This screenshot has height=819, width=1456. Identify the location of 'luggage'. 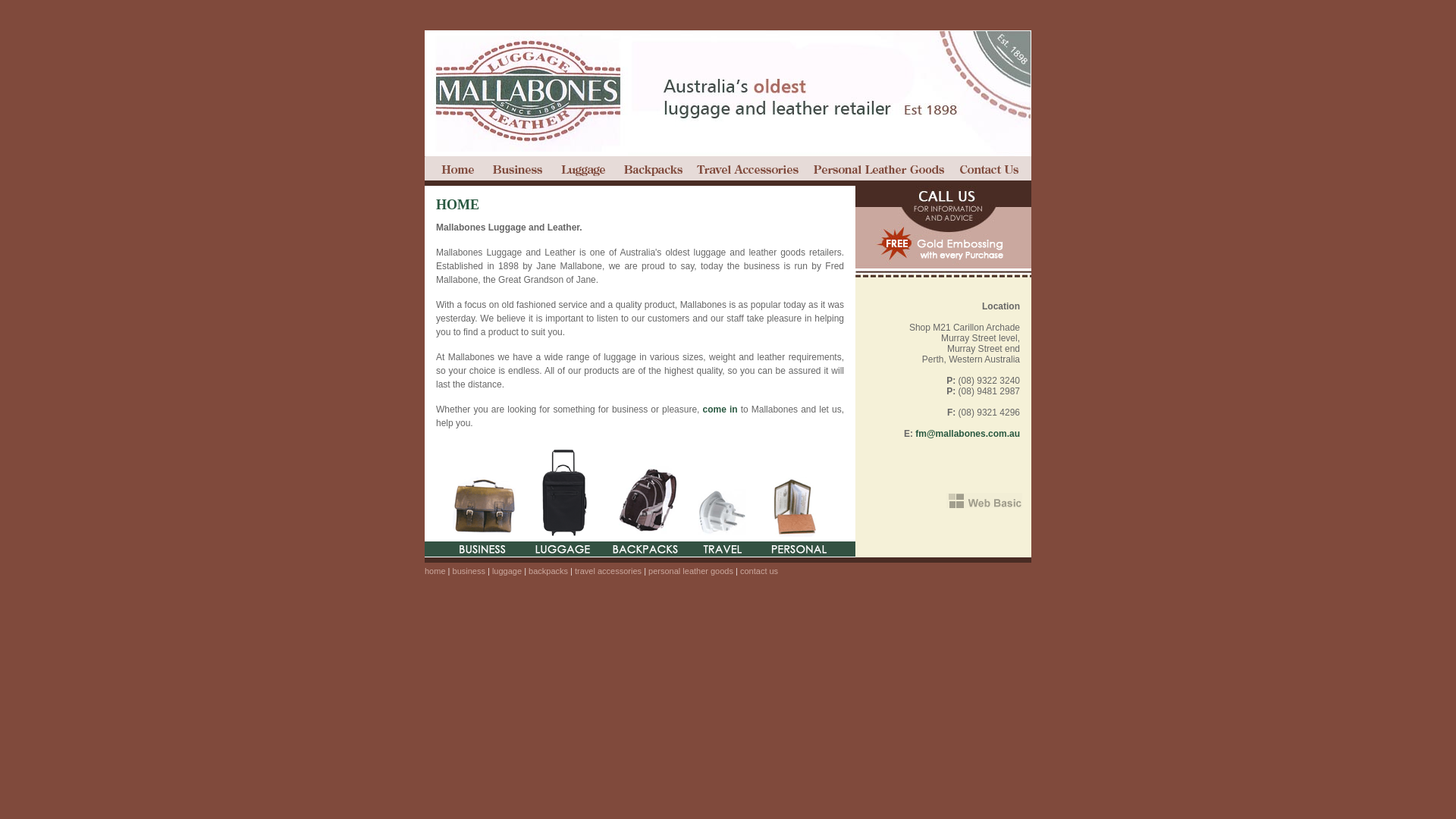
(507, 570).